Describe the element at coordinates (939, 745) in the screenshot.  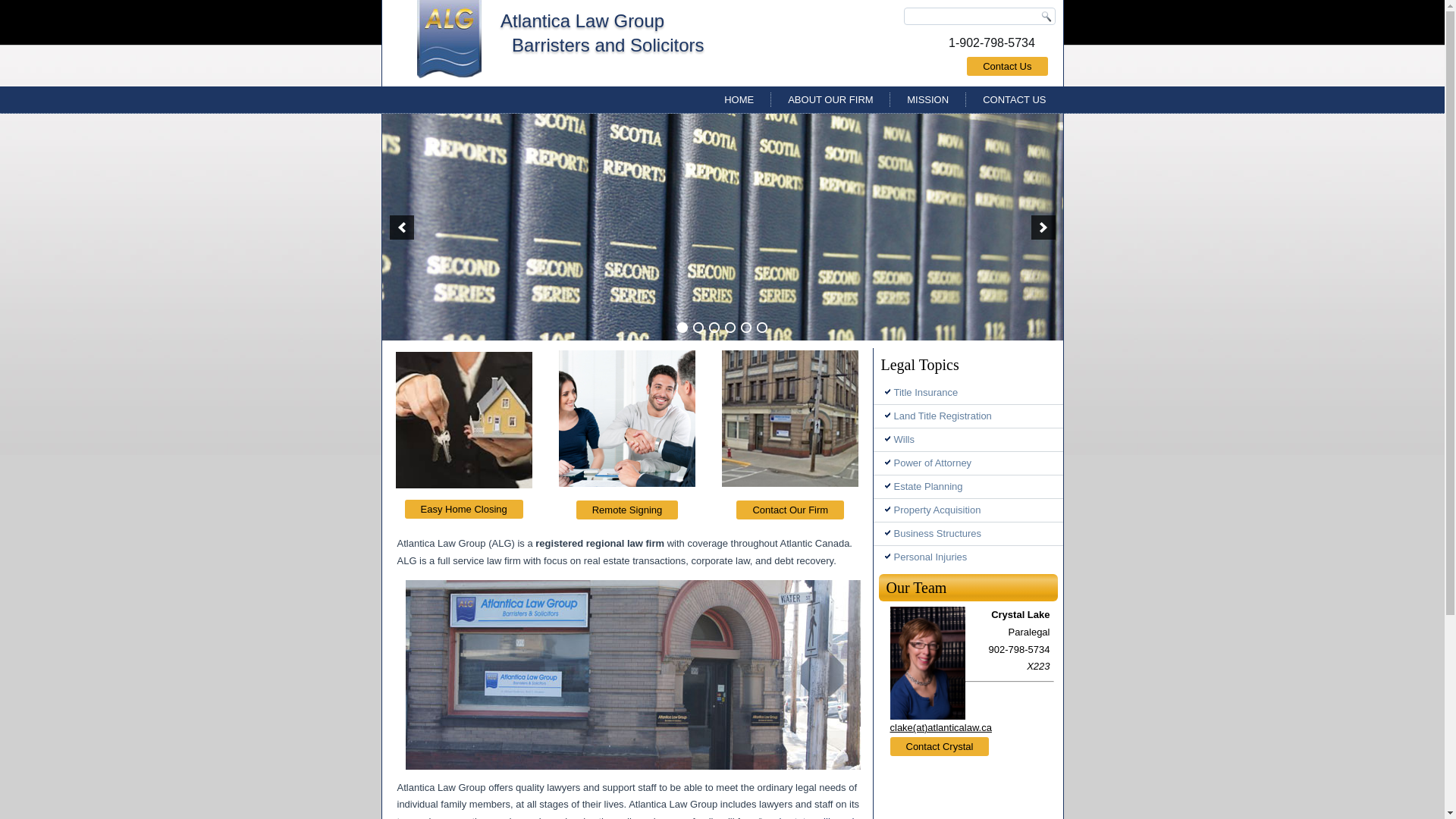
I see `'Contact Crystal'` at that location.